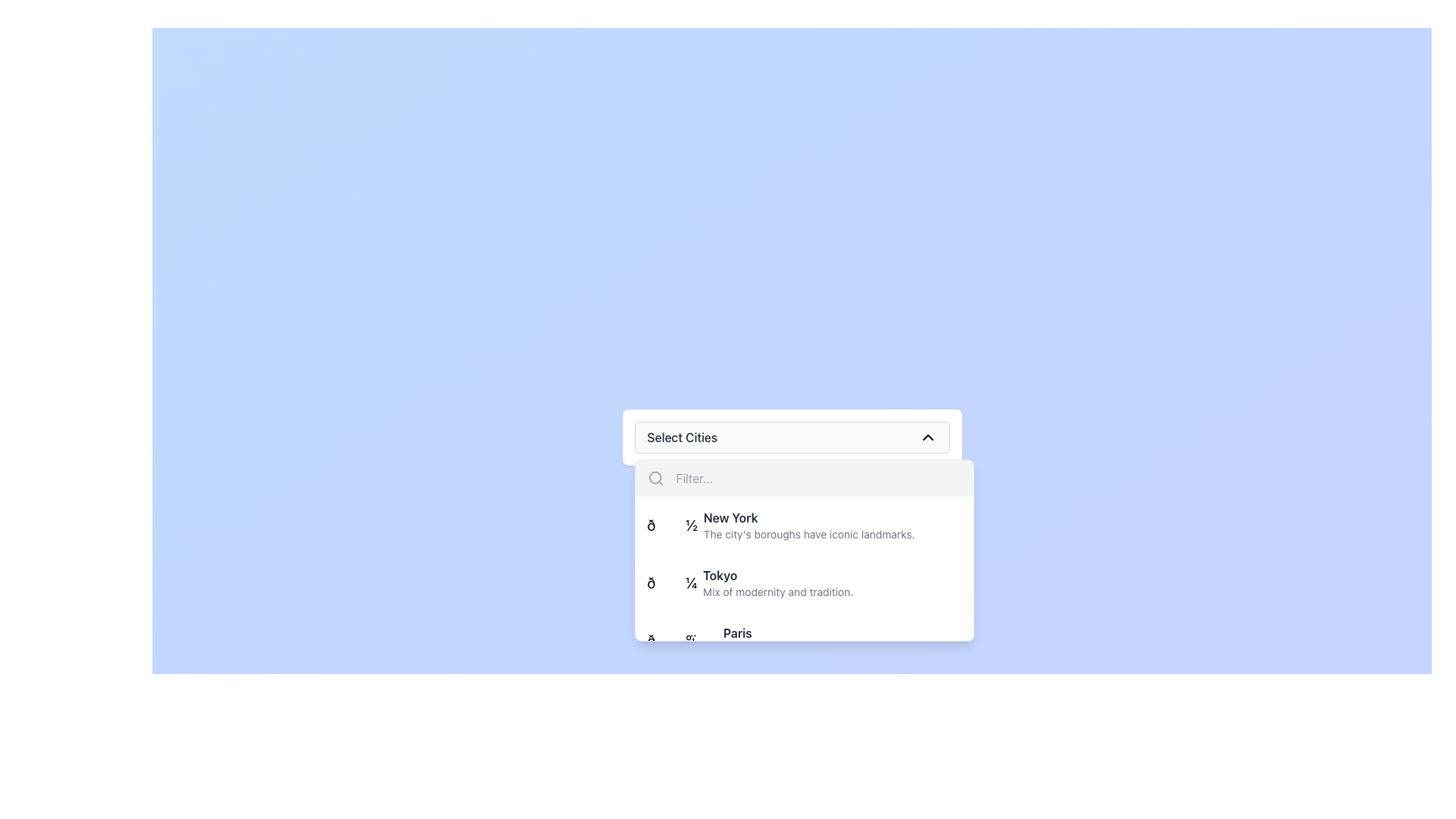  What do you see at coordinates (927, 438) in the screenshot?
I see `the downward-pointing chevron icon located at the right end of the 'Select Cities' button` at bounding box center [927, 438].